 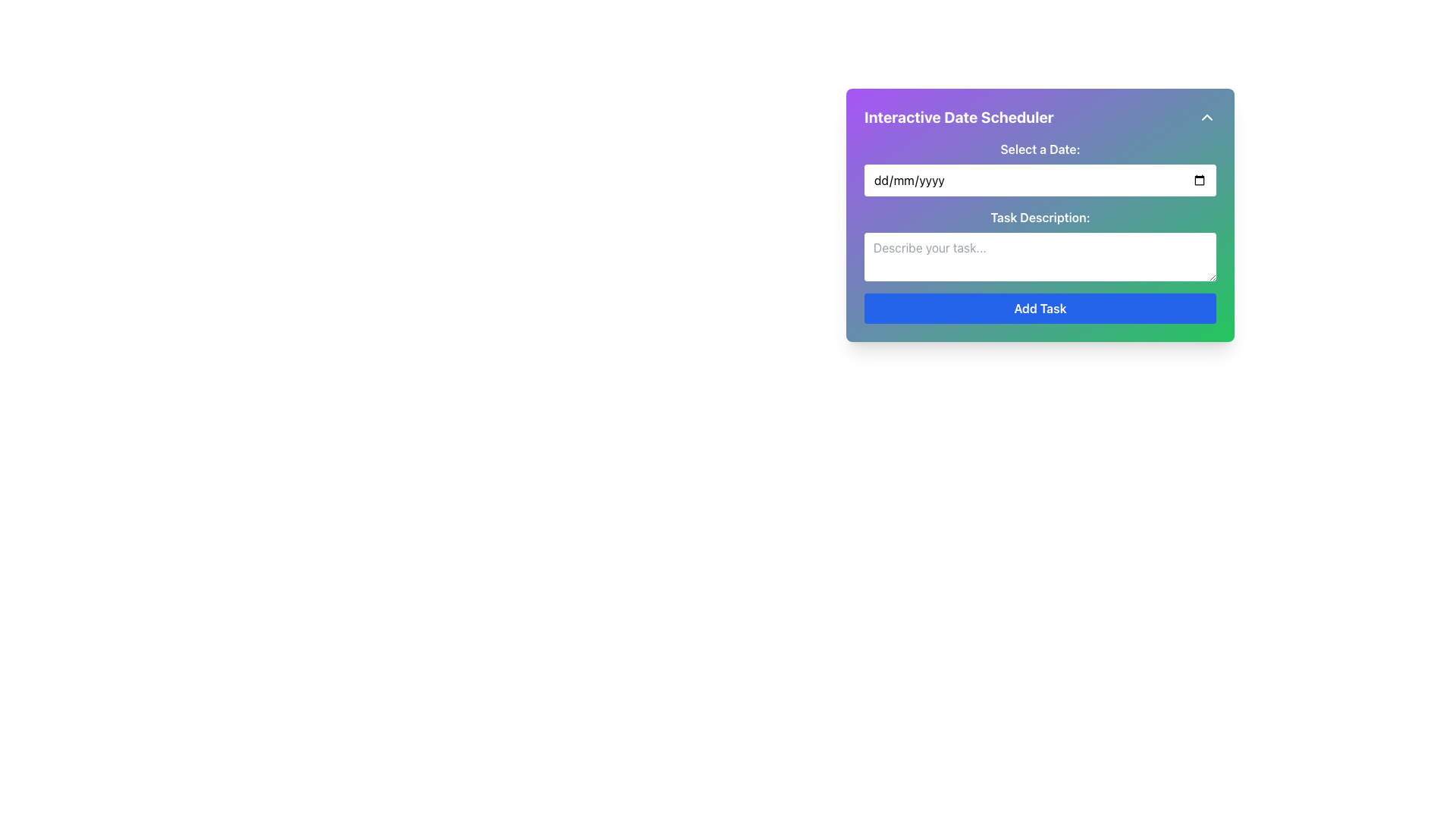 I want to click on the arrow icon on the Card title at the top of the card layout, so click(x=1040, y=116).